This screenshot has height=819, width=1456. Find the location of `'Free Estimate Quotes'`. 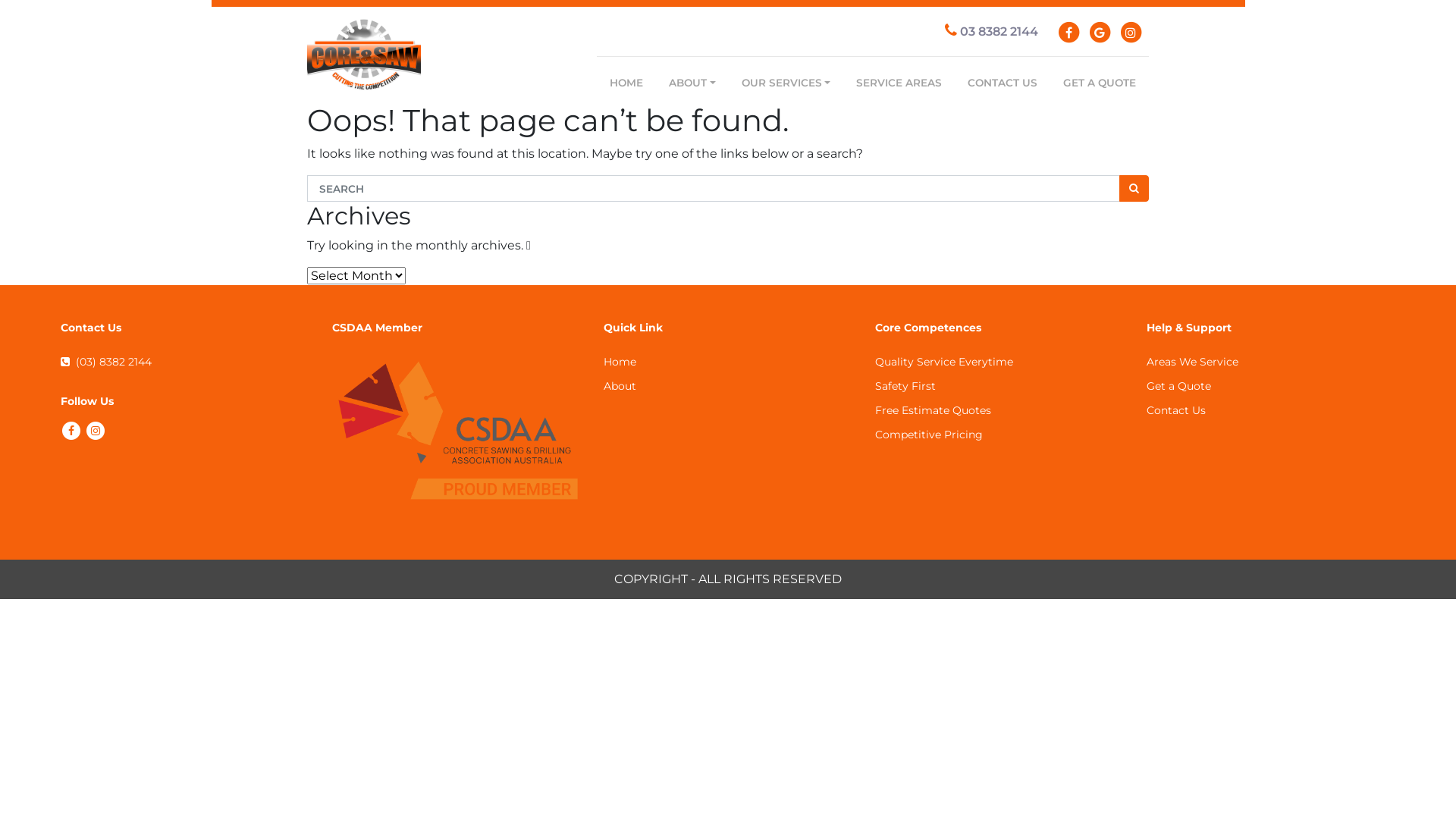

'Free Estimate Quotes' is located at coordinates (932, 409).